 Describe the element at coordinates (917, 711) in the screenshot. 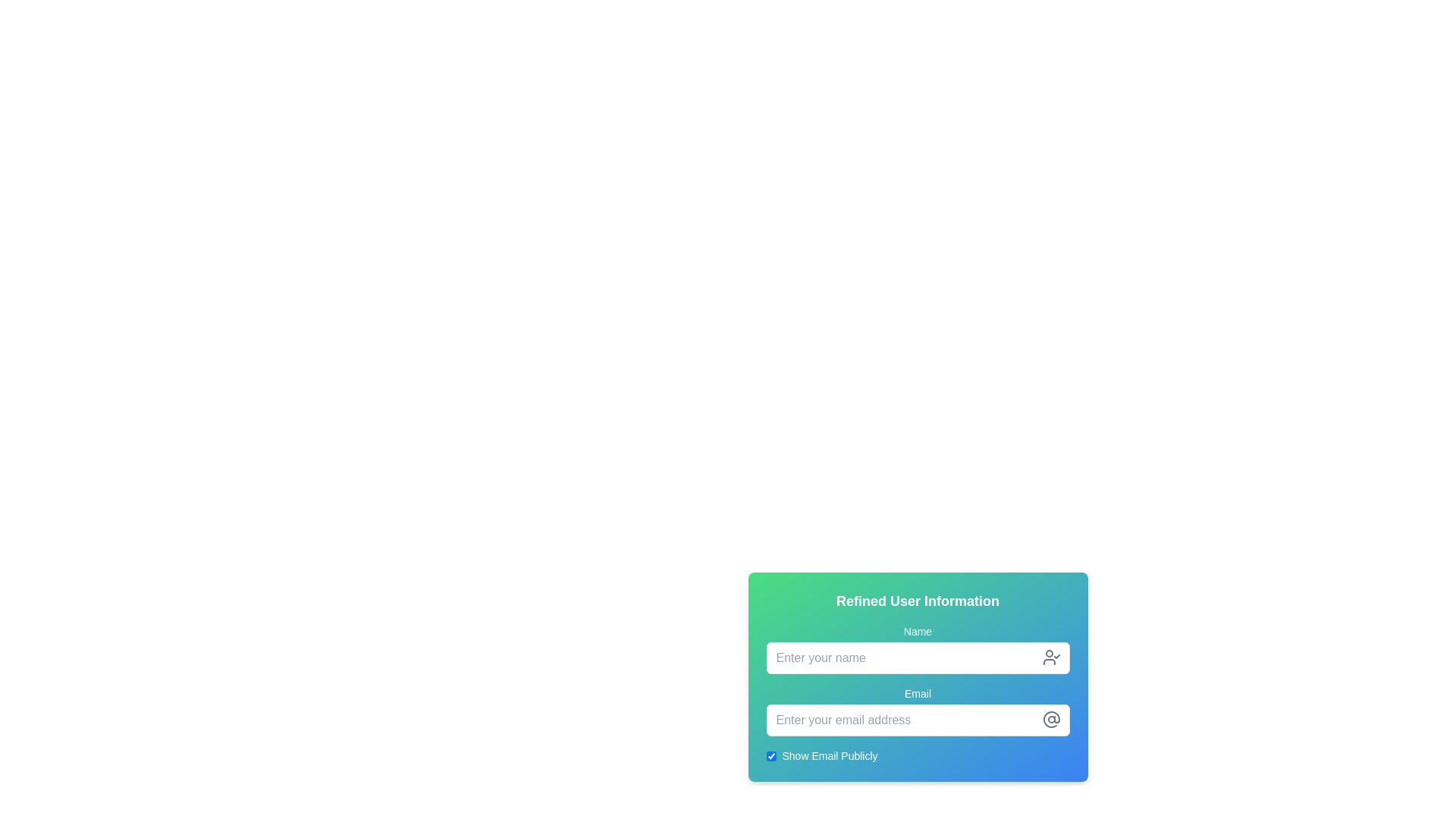

I see `the 'Email' text label, which is styled minimally and positioned in the 'Refined User Information' section between the 'Name' input field and 'Show Email Publicly' checkbox` at that location.